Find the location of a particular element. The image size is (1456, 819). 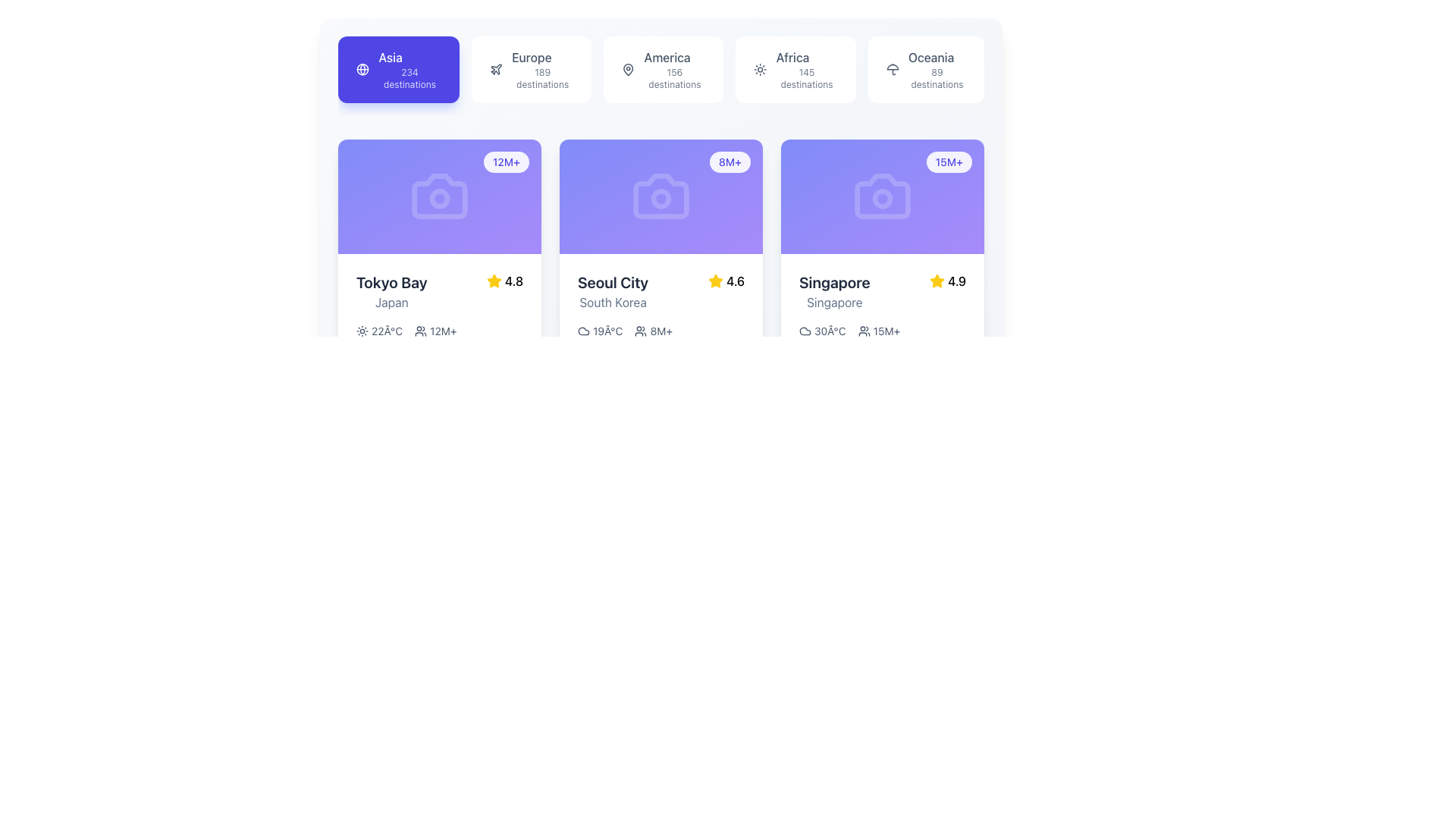

the interactive button for selecting the region 'Oceania' is located at coordinates (925, 70).